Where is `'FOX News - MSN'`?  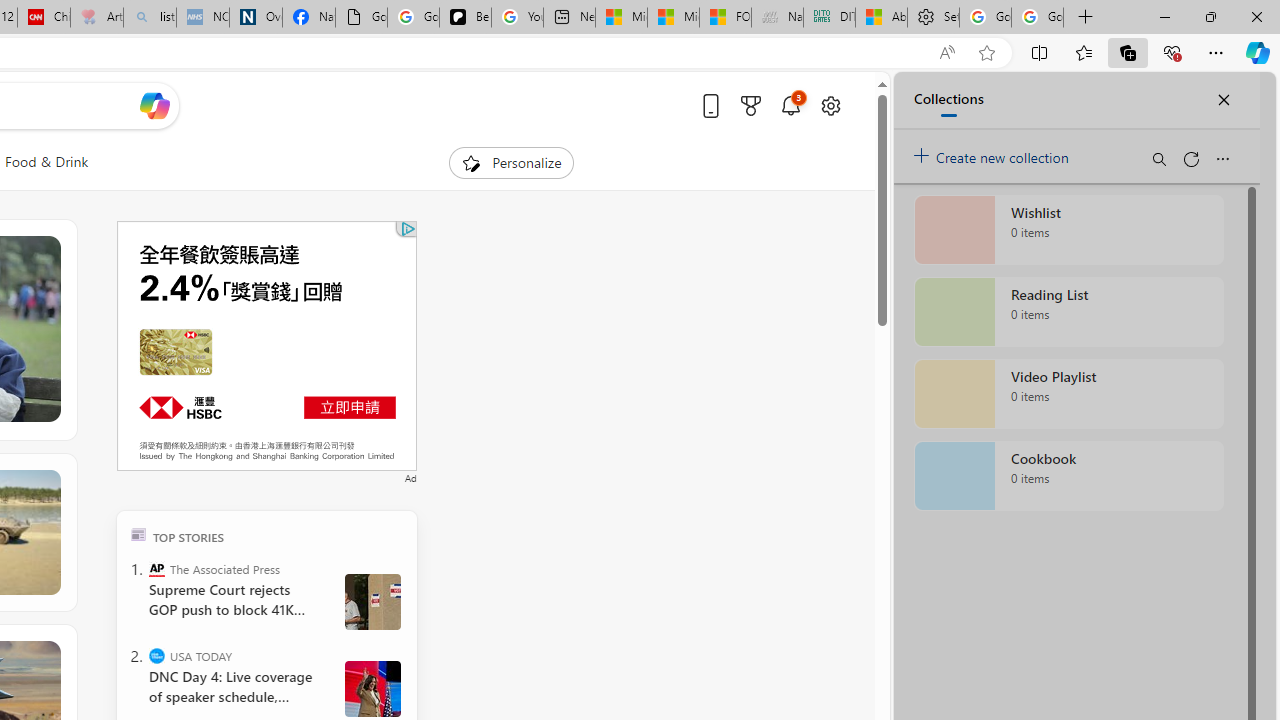 'FOX News - MSN' is located at coordinates (724, 17).